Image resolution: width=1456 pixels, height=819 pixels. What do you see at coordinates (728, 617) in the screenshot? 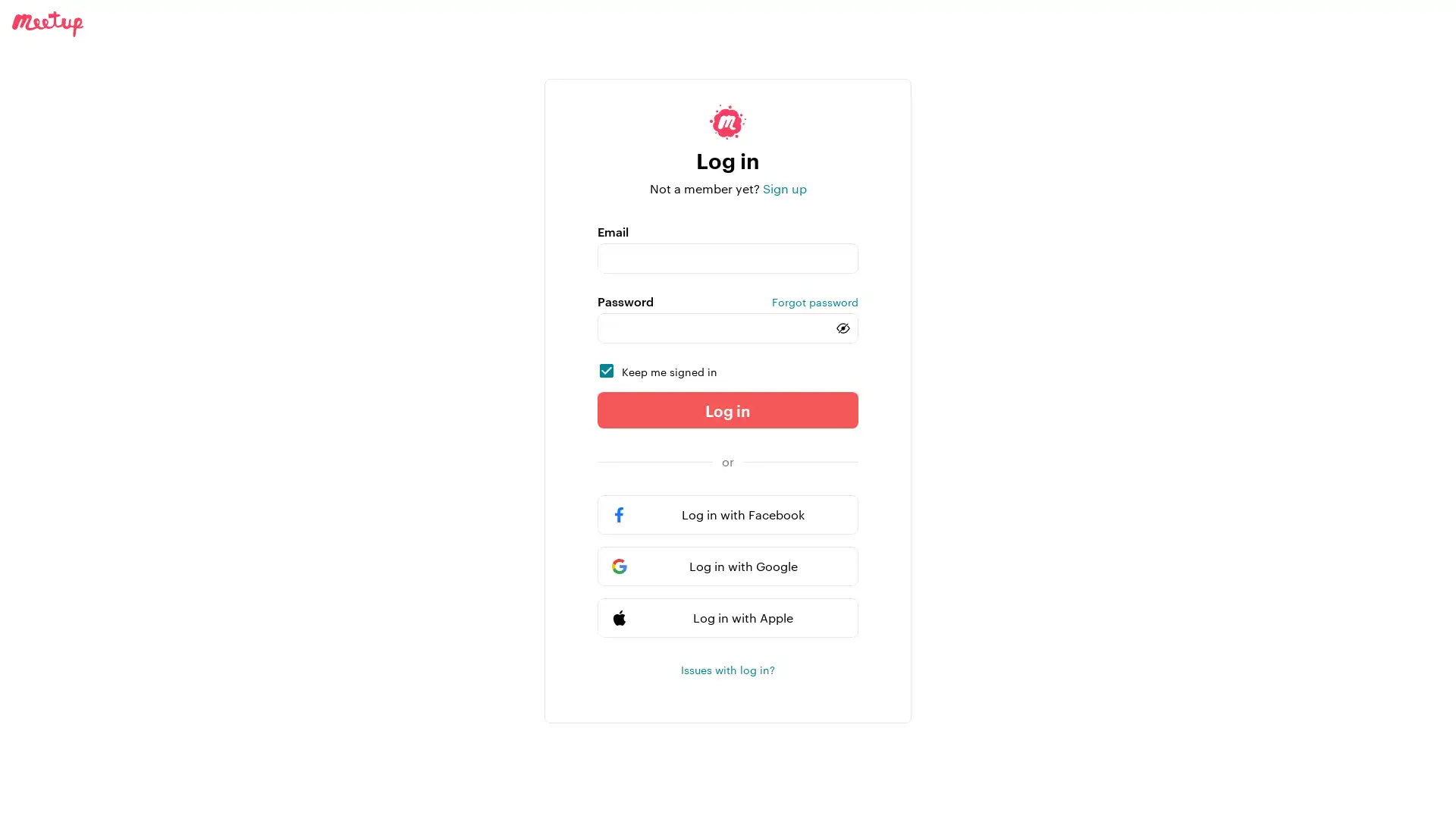
I see `Log in with Apple` at bounding box center [728, 617].